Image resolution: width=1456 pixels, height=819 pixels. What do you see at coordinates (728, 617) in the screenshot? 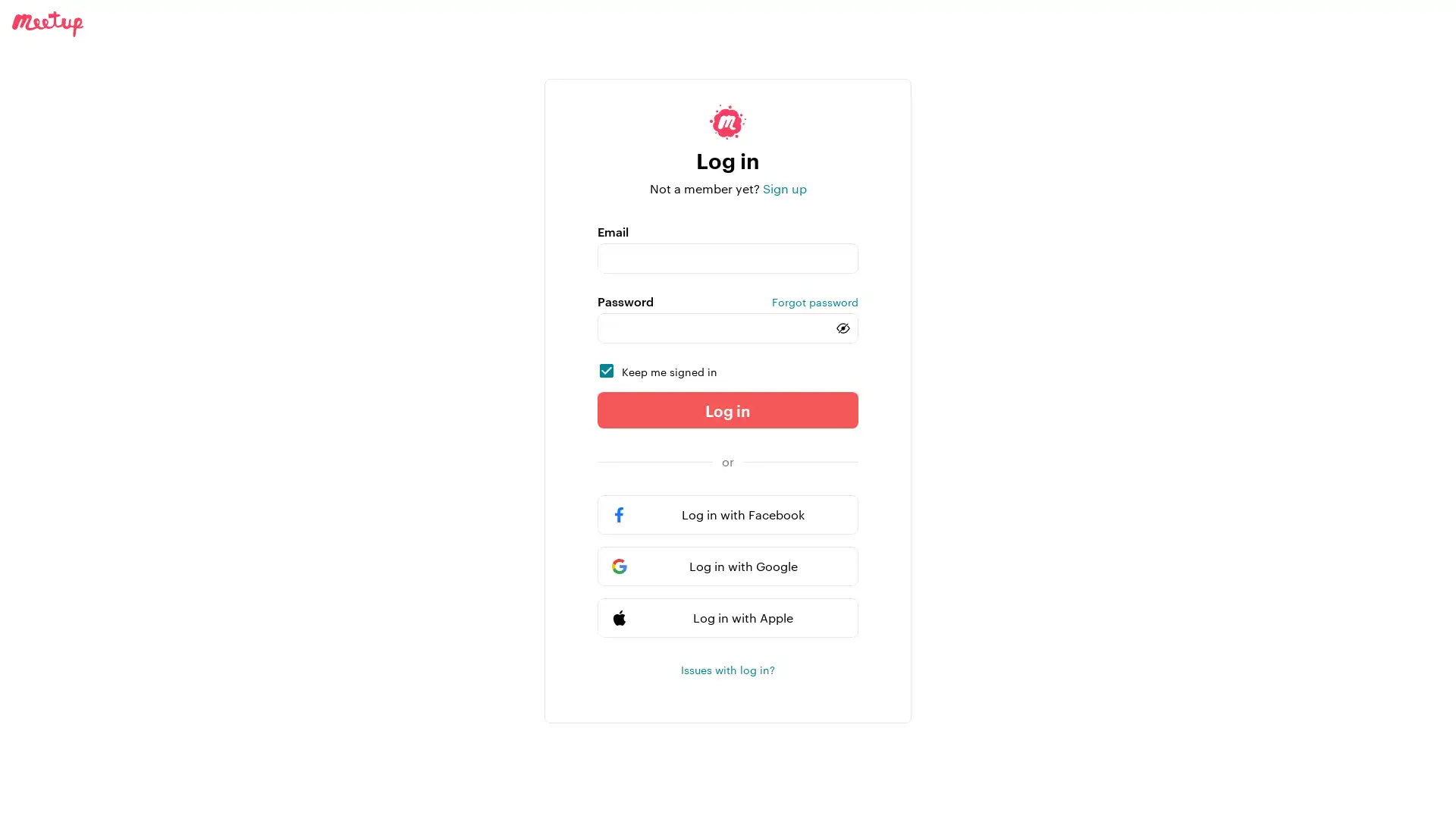
I see `Log in with Apple` at bounding box center [728, 617].